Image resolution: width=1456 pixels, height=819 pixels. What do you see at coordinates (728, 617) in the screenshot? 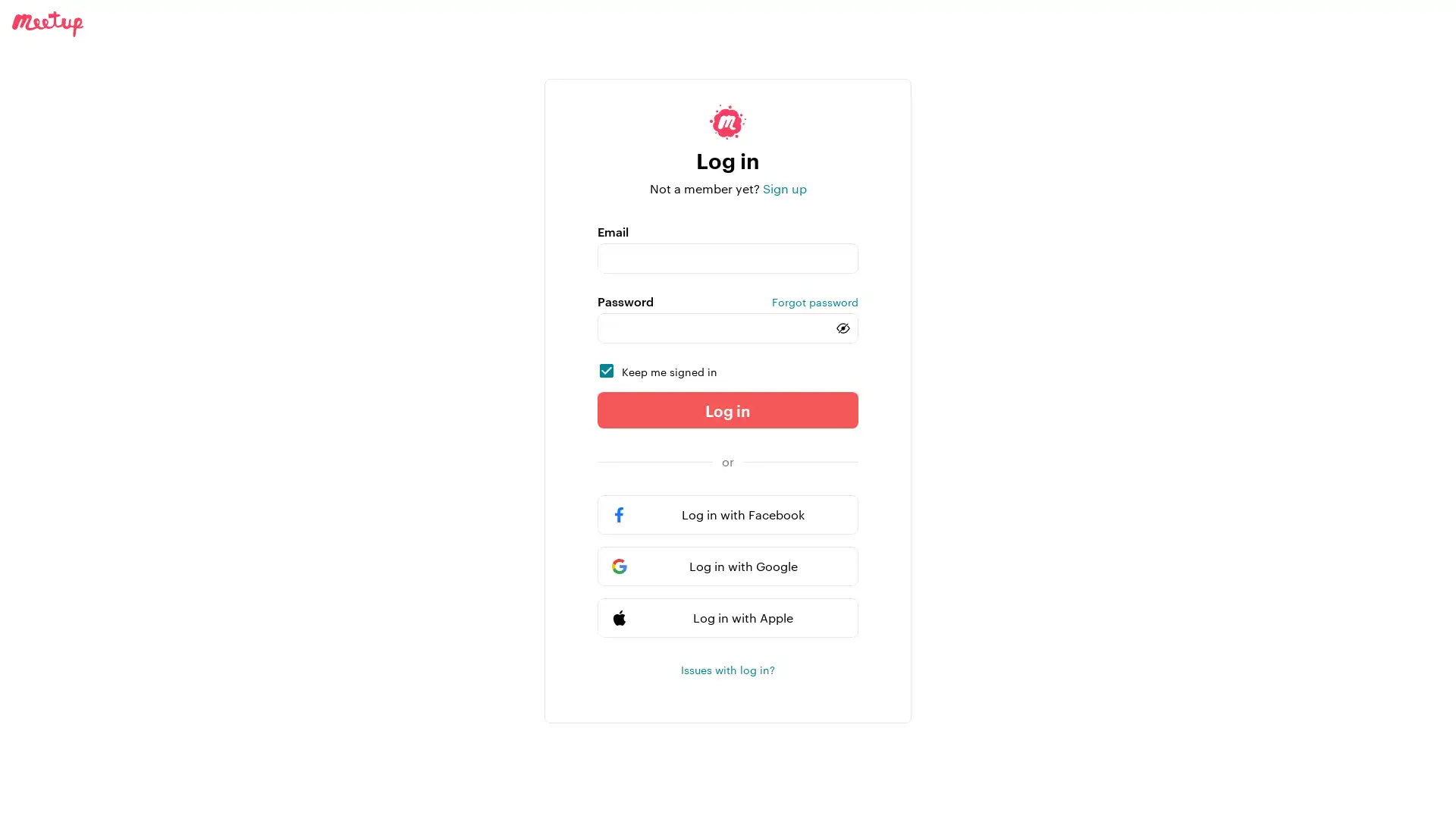
I see `Log in with Apple` at bounding box center [728, 617].